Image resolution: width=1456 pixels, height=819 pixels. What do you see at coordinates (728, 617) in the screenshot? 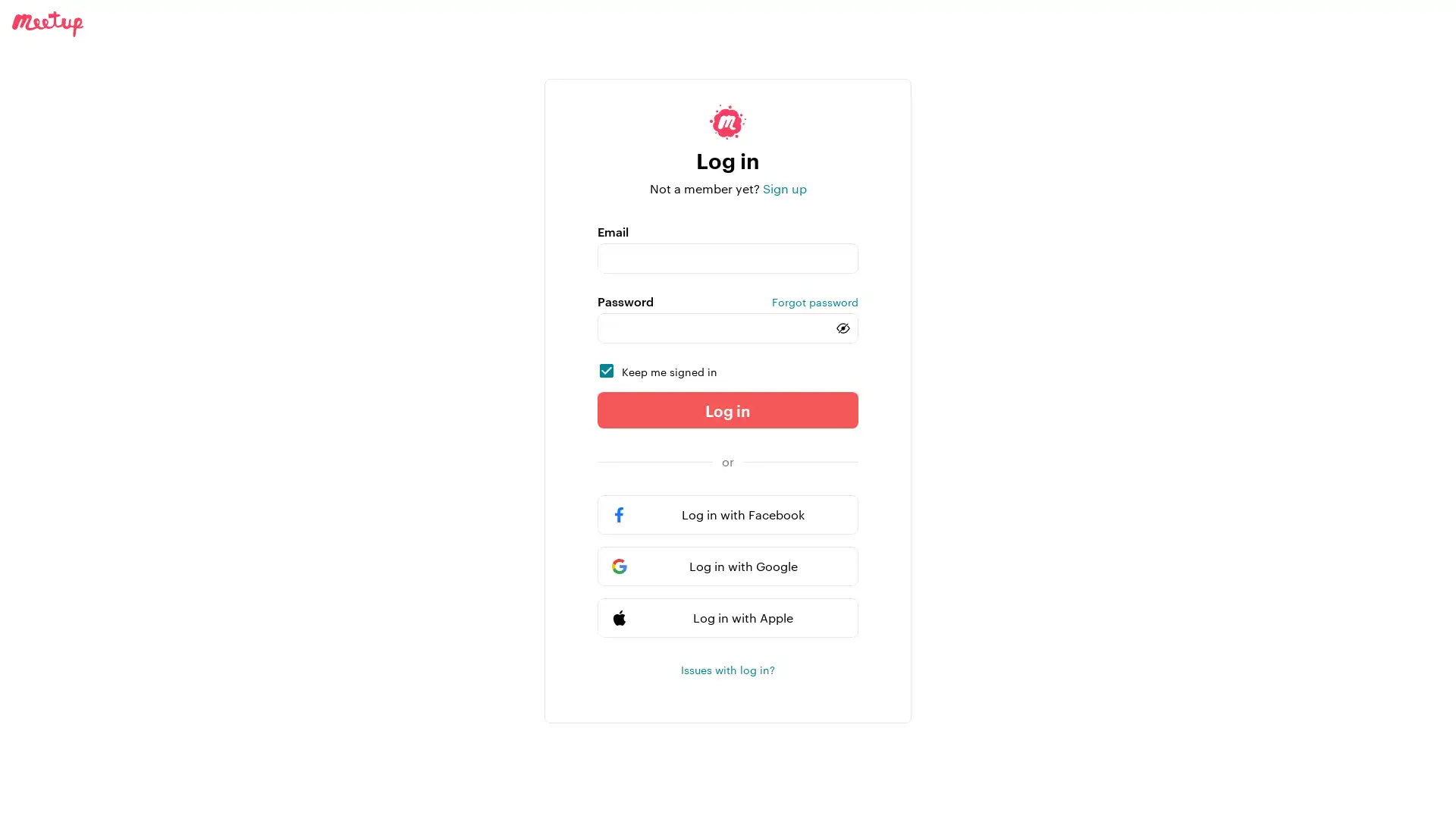
I see `Log in with Apple` at bounding box center [728, 617].